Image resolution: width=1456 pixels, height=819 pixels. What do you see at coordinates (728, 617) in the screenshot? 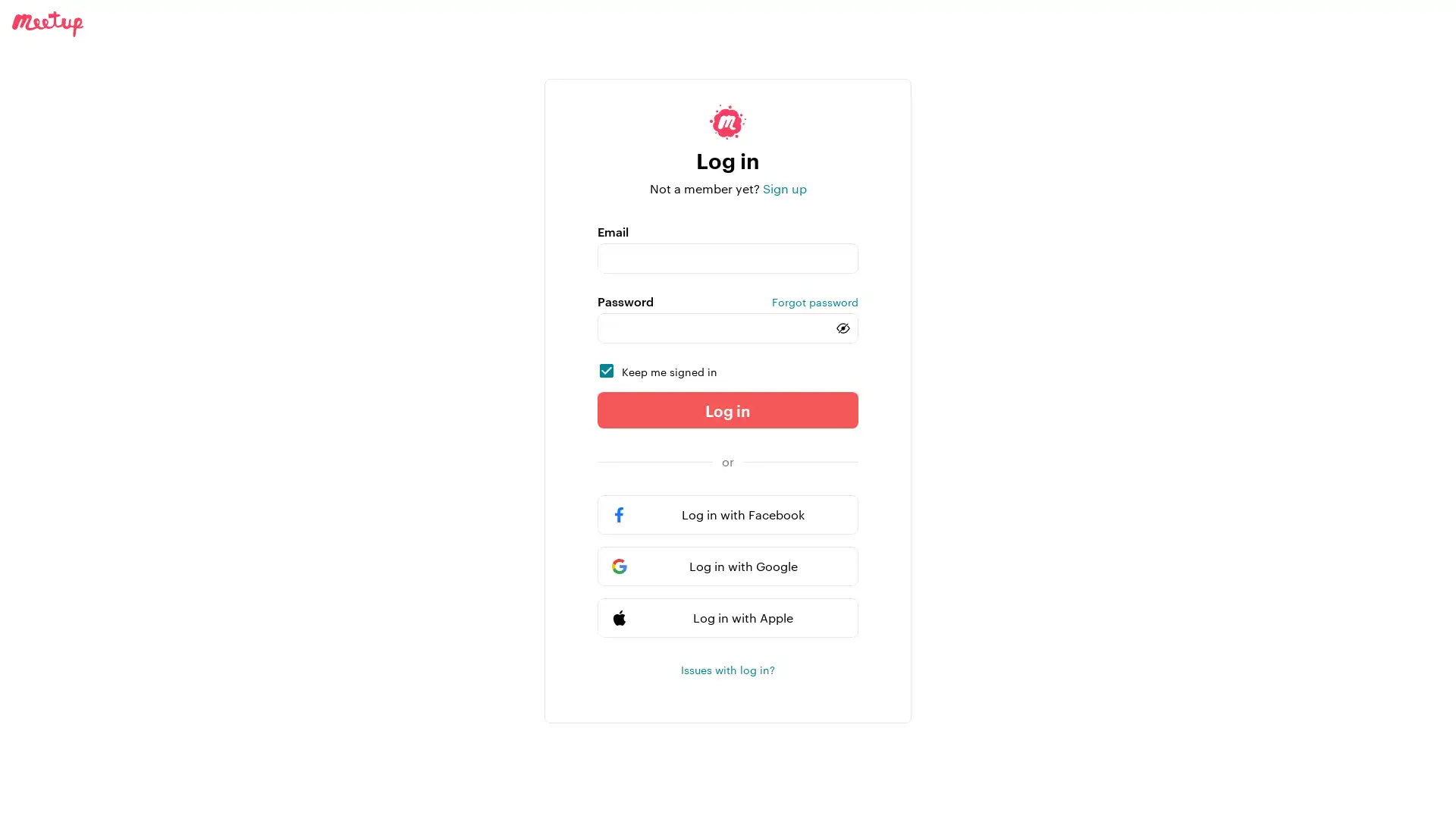
I see `Log in with Apple` at bounding box center [728, 617].